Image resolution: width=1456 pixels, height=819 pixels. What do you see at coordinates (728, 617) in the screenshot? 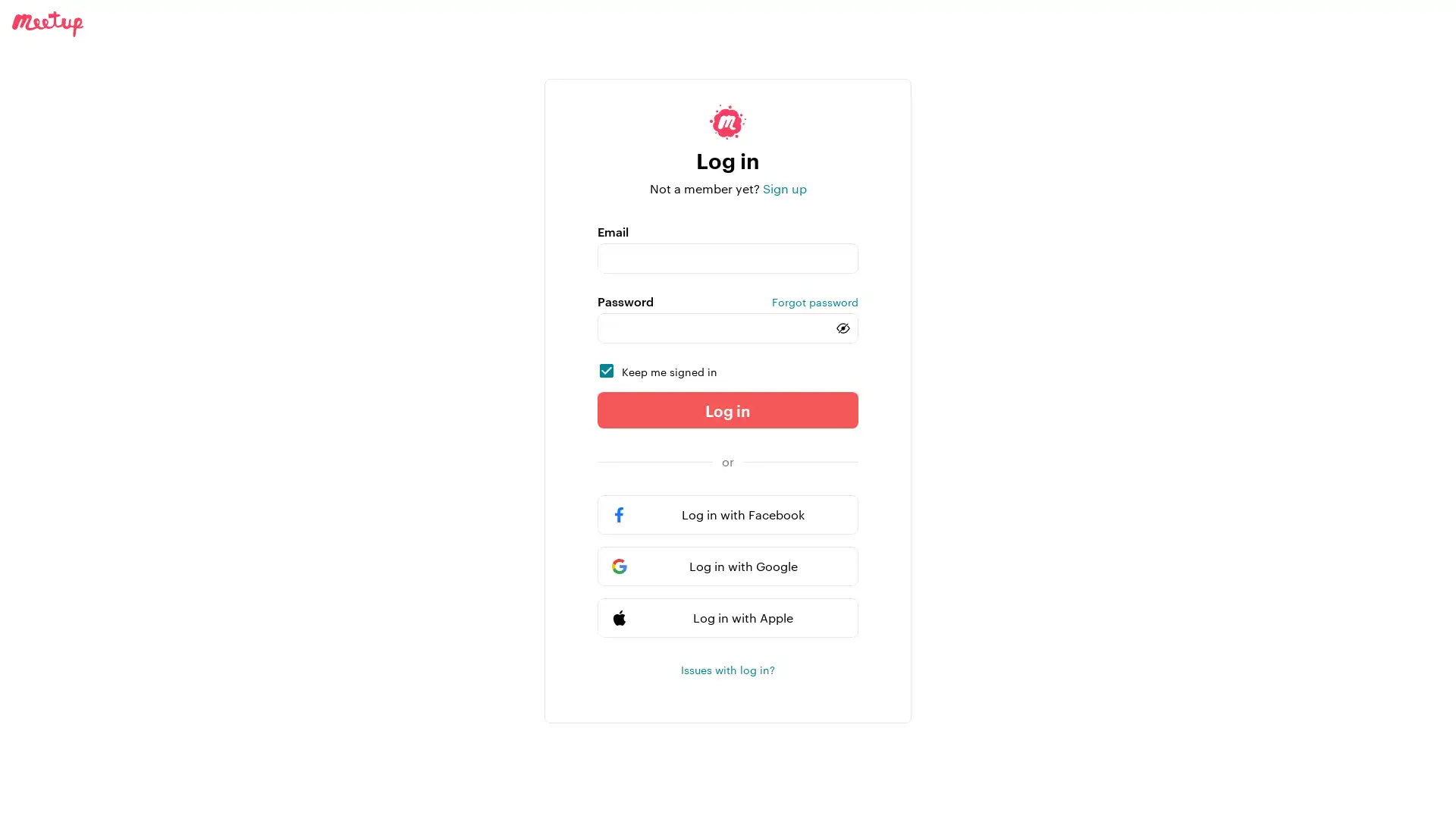
I see `Log in with Apple` at bounding box center [728, 617].